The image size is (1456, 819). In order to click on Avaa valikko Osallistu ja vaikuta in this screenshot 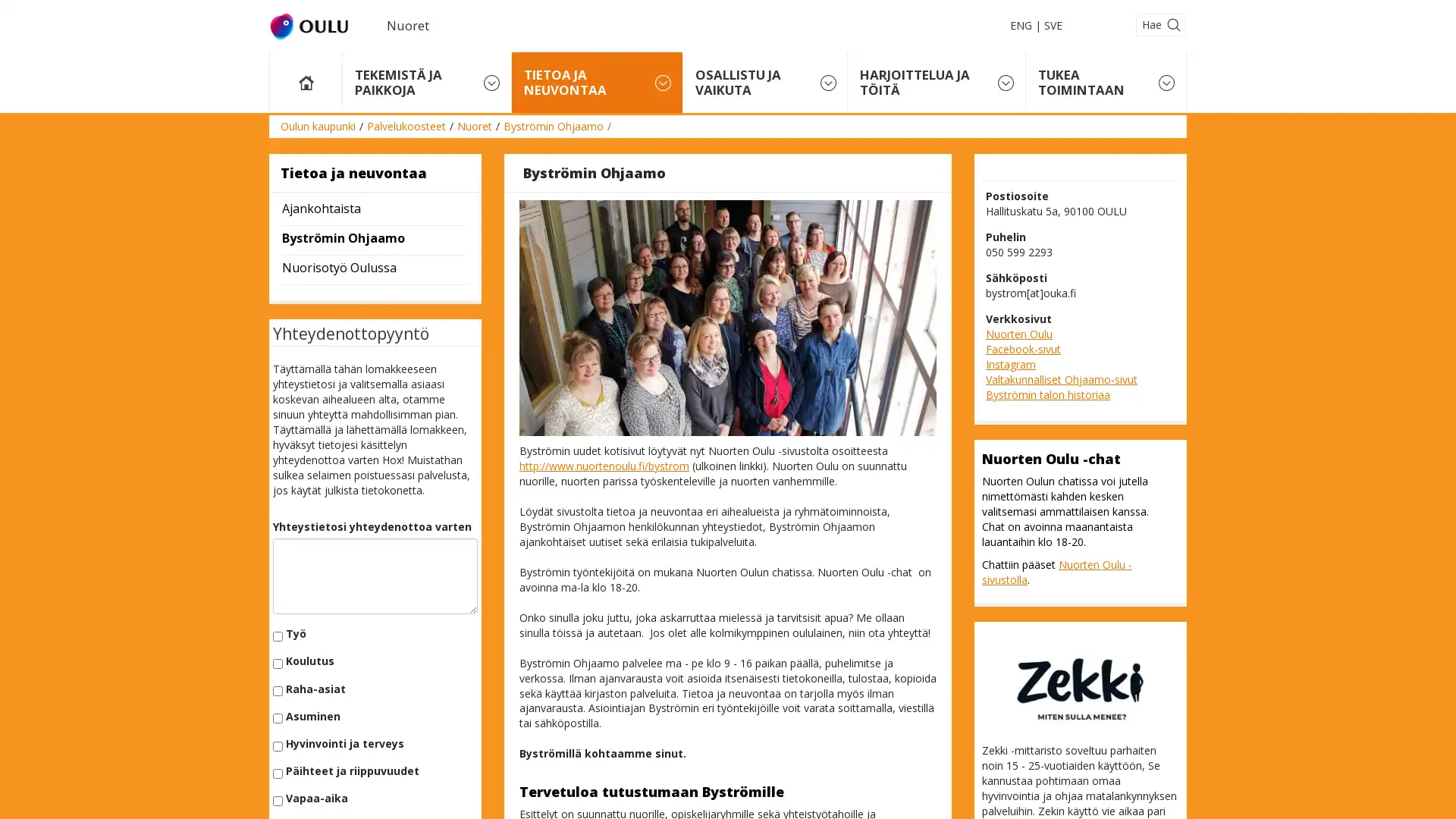, I will do `click(827, 82)`.